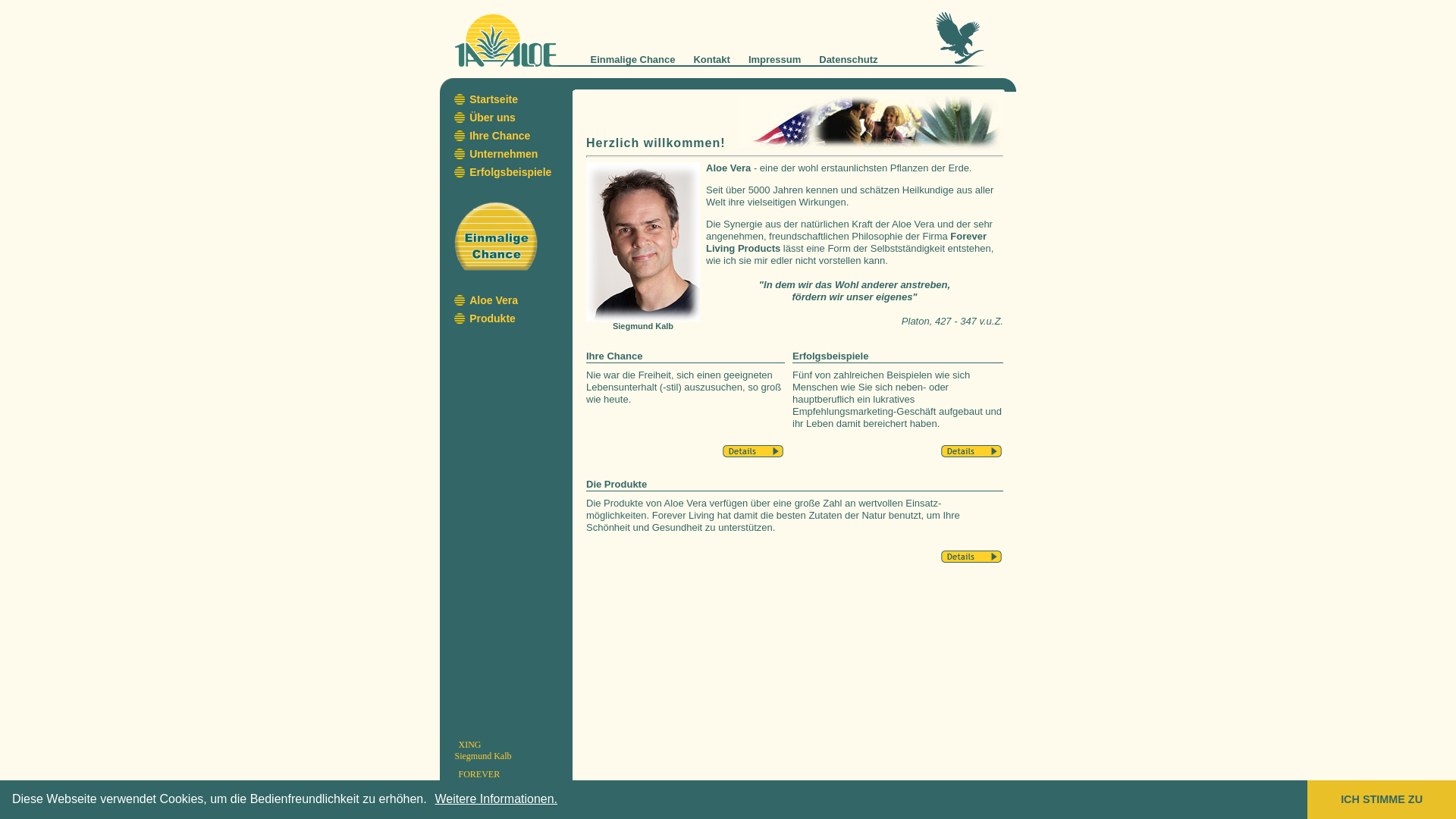 This screenshot has height=819, width=1456. Describe the element at coordinates (481, 780) in the screenshot. I see `'FOREVER` at that location.